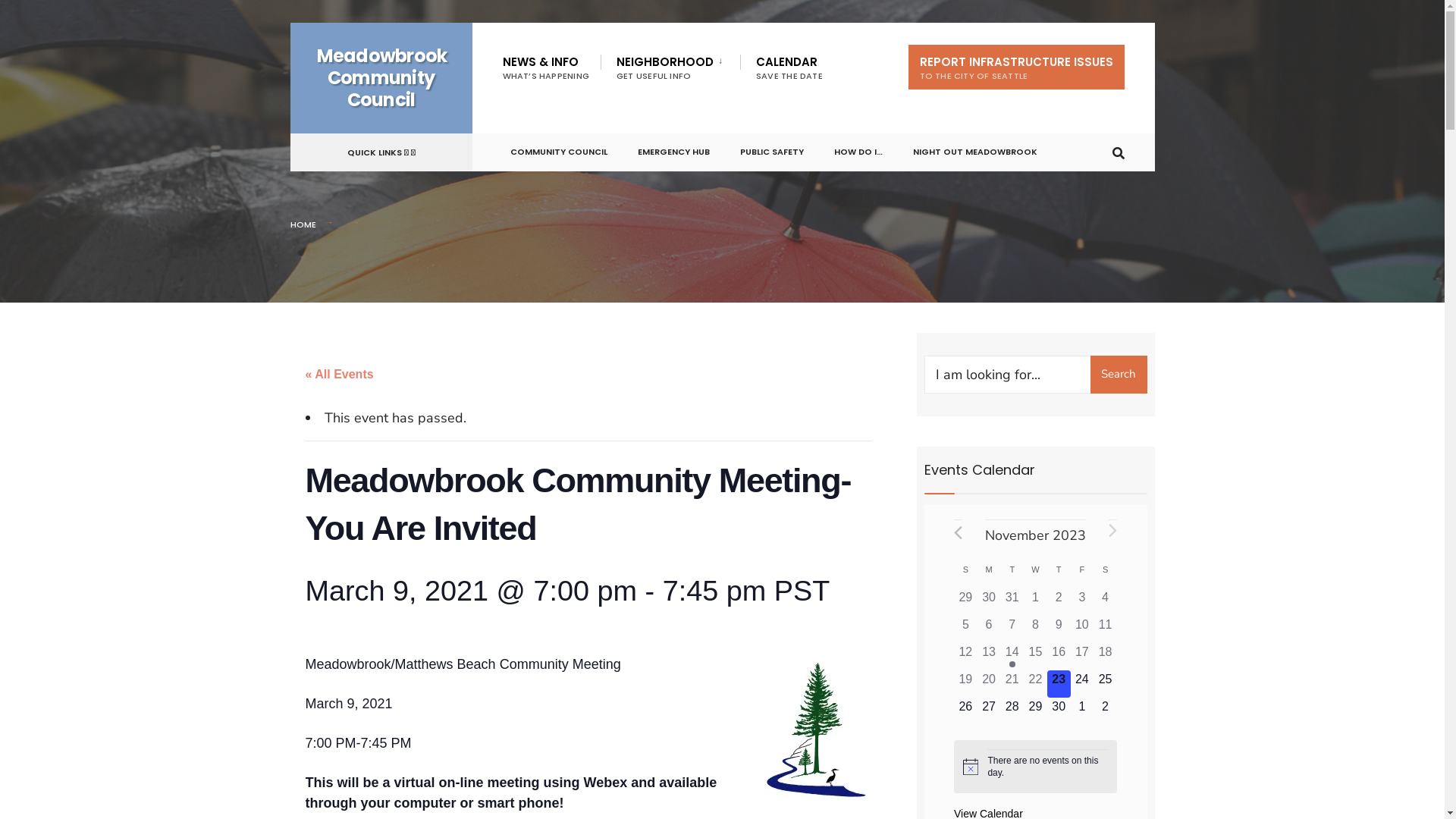 This screenshot has width=1456, height=819. Describe the element at coordinates (965, 711) in the screenshot. I see `'0 events,` at that location.